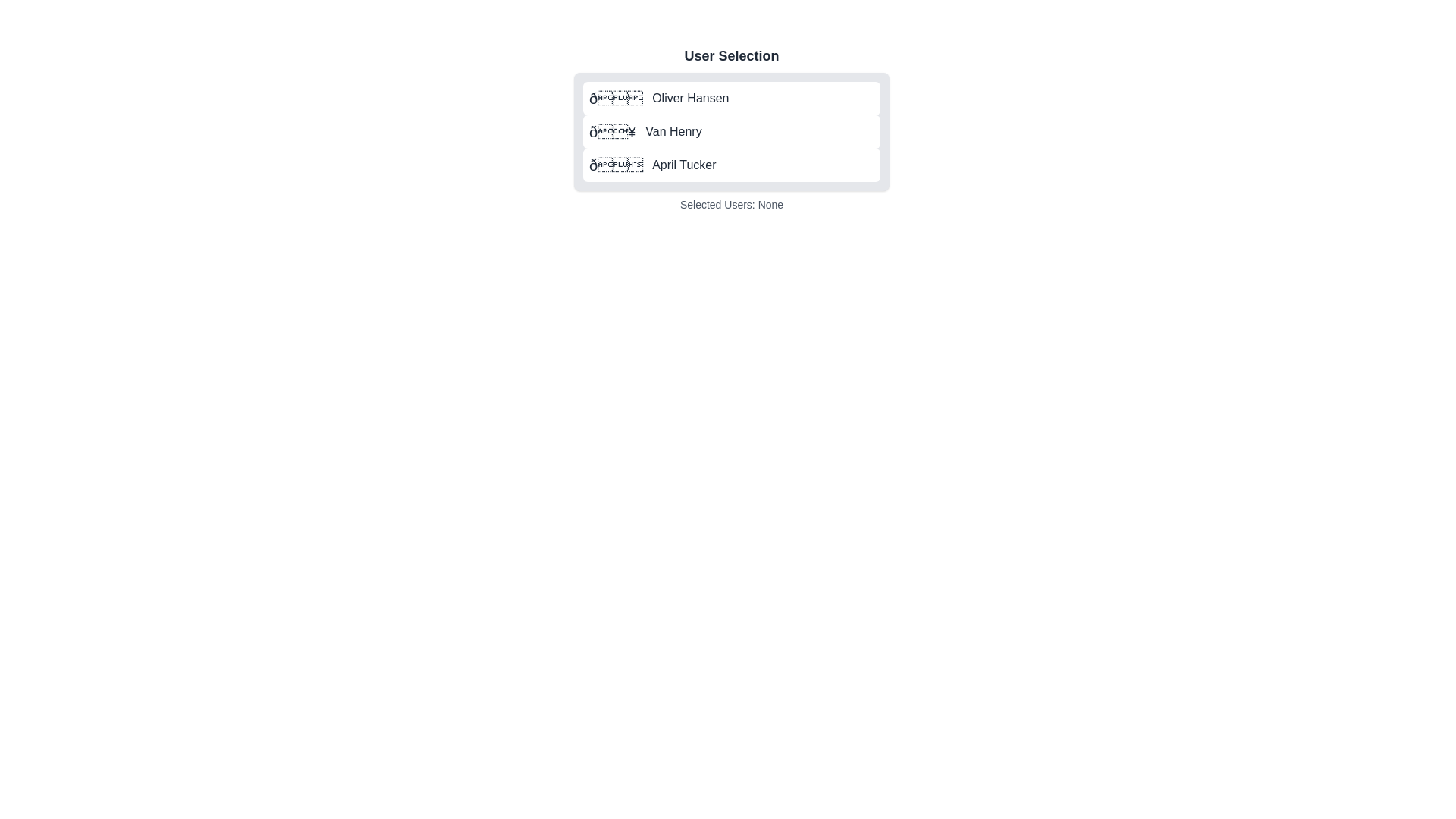 This screenshot has height=819, width=1456. What do you see at coordinates (616, 165) in the screenshot?
I see `the emoji element (🌈) styled with a large font, located to the left of 'April Tucker' in the third row of user selections` at bounding box center [616, 165].